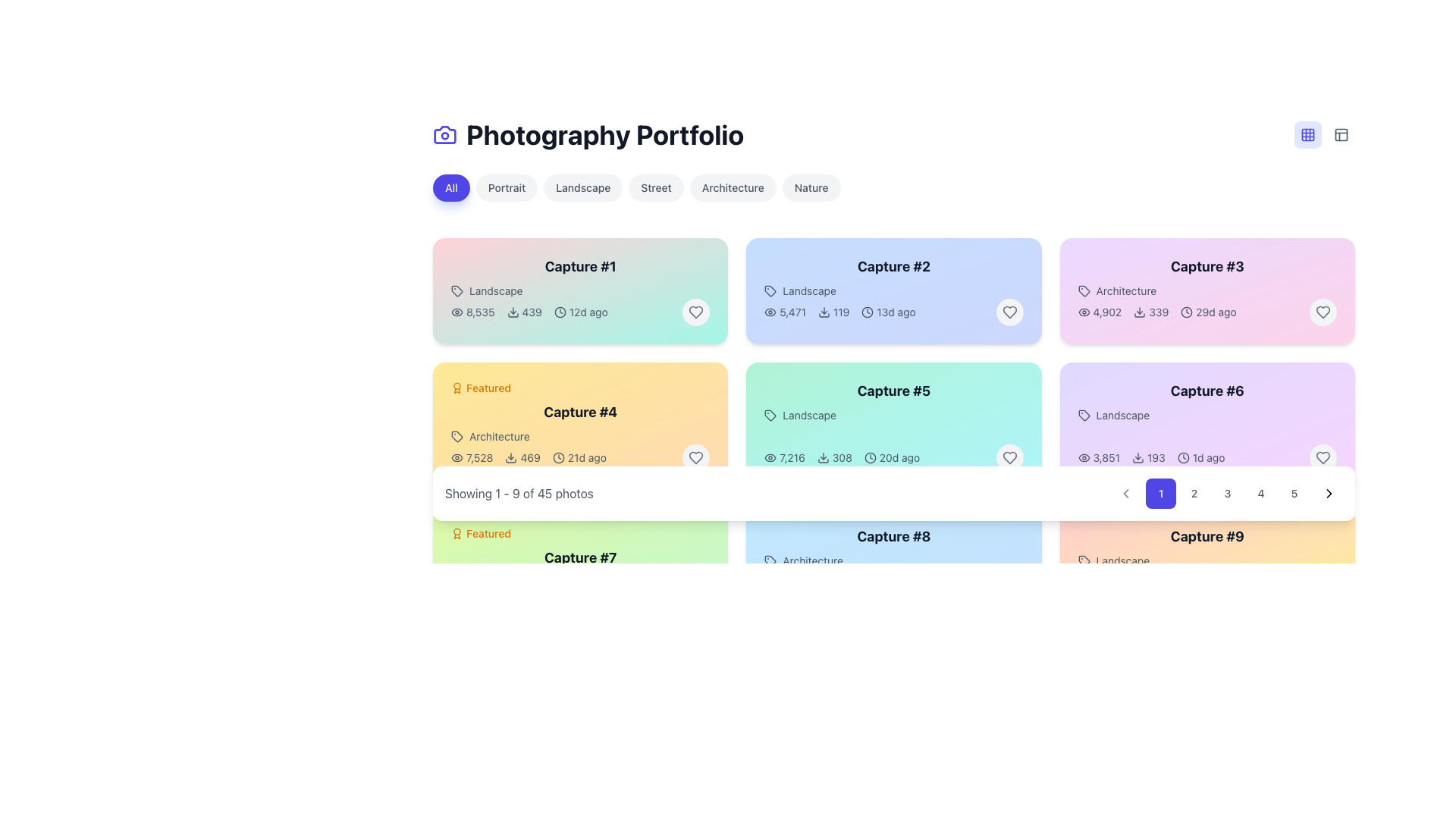  I want to click on the favorite button located in the top-right corner of the card titled 'Capture #2' in the grid layout, so click(1009, 312).